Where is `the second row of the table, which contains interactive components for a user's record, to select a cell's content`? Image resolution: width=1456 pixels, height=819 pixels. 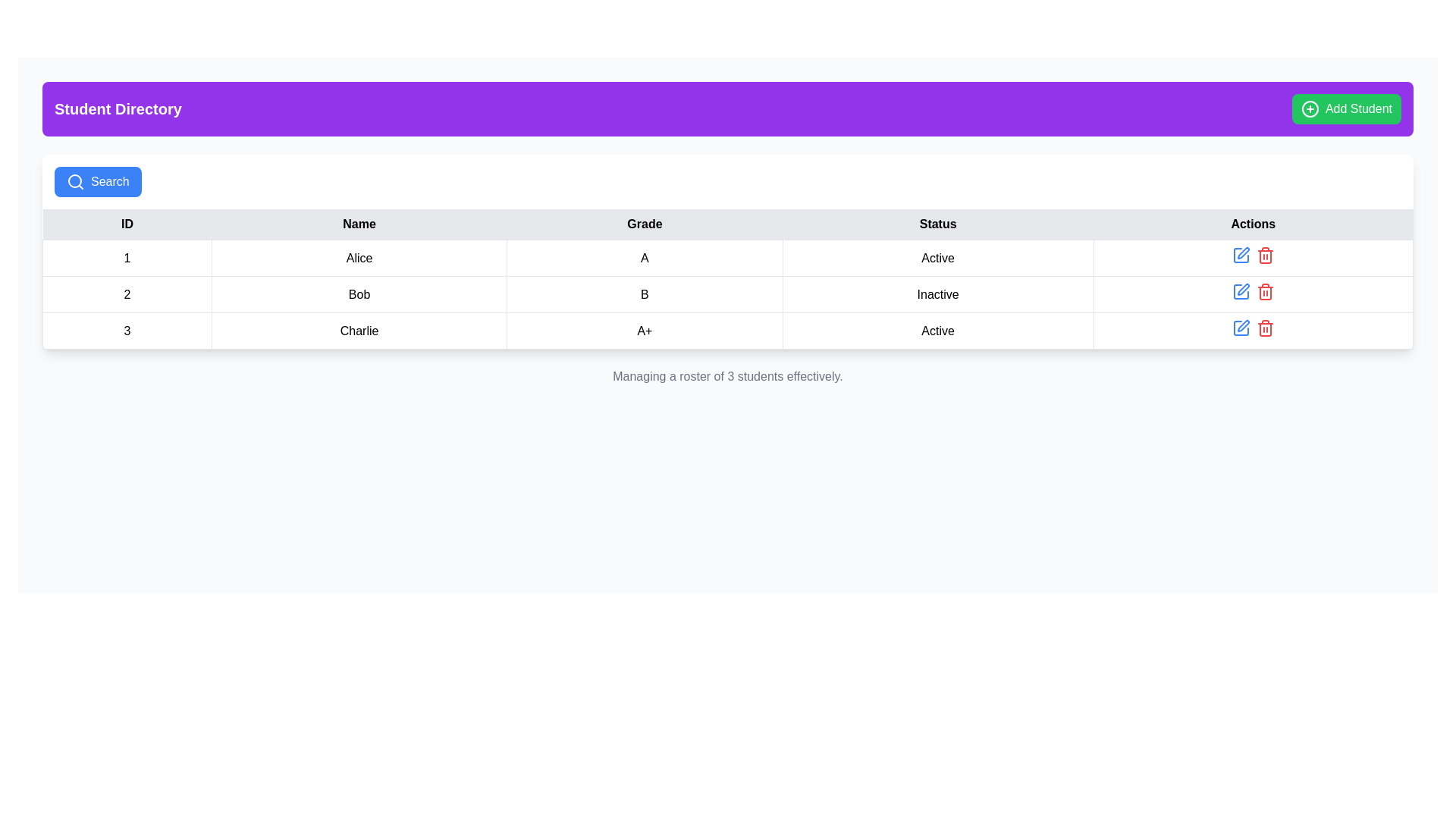 the second row of the table, which contains interactive components for a user's record, to select a cell's content is located at coordinates (728, 294).